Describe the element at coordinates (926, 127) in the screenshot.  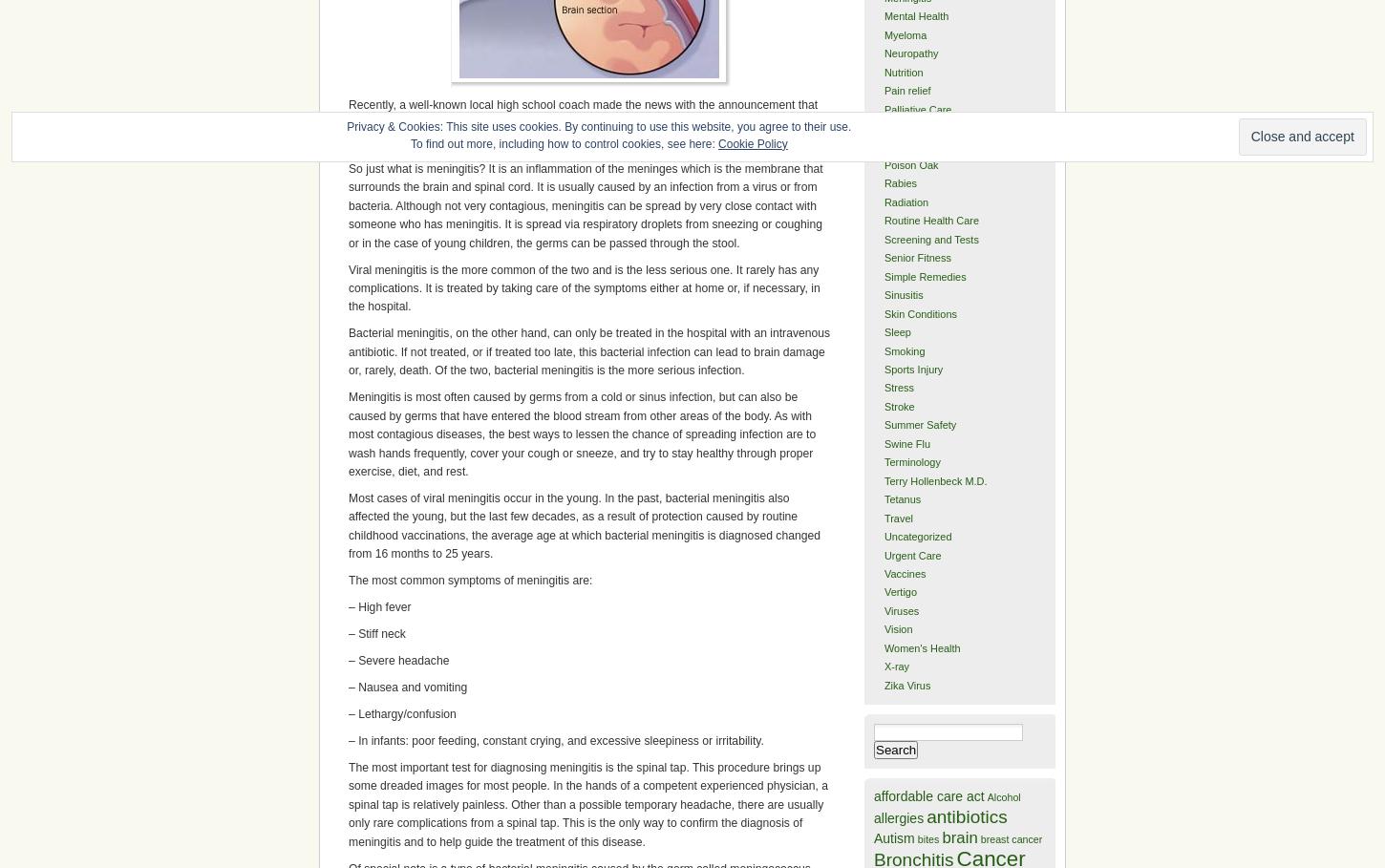
I see `'Physician Lineage'` at that location.